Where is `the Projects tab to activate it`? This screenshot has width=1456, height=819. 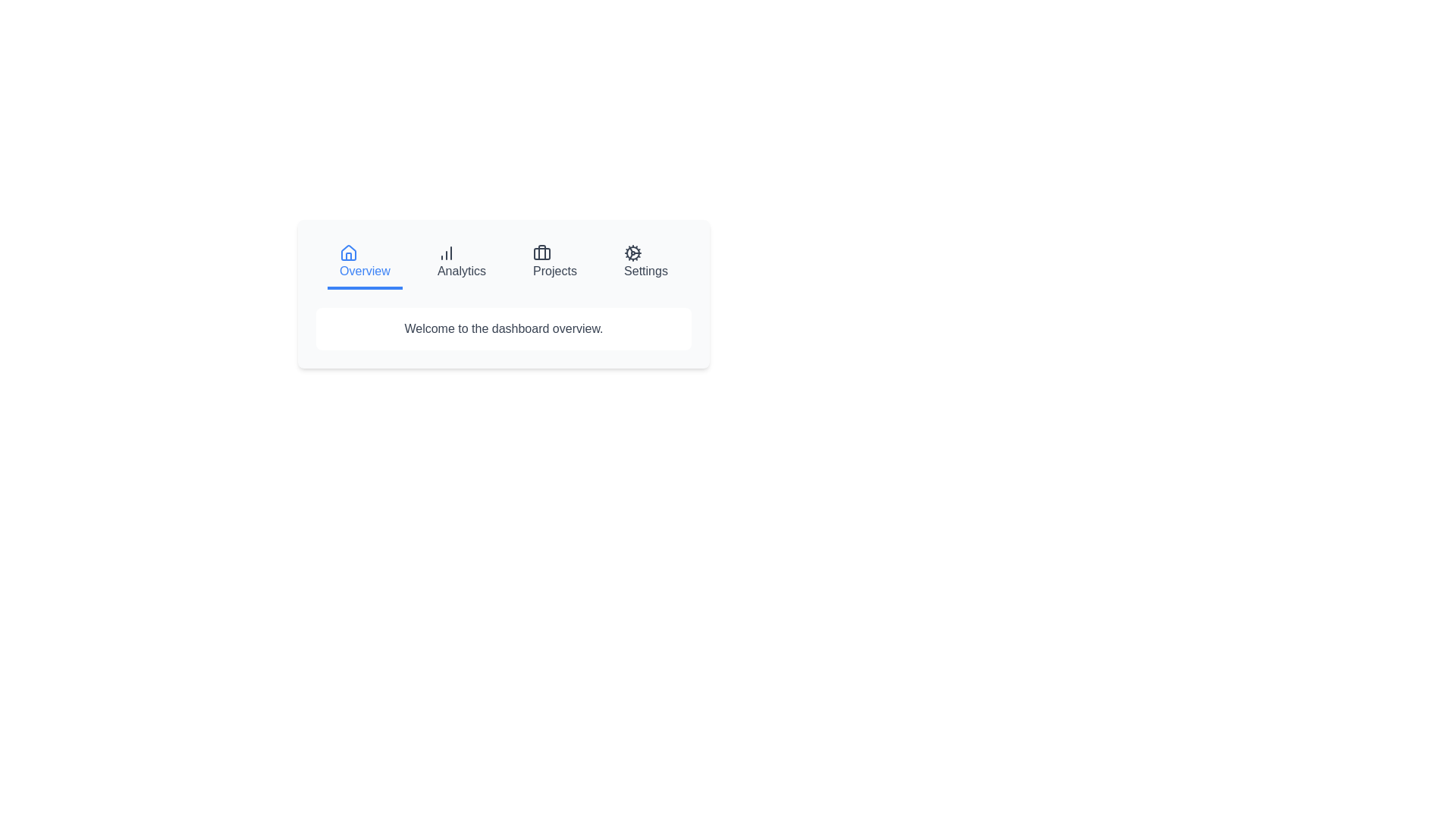
the Projects tab to activate it is located at coordinates (554, 262).